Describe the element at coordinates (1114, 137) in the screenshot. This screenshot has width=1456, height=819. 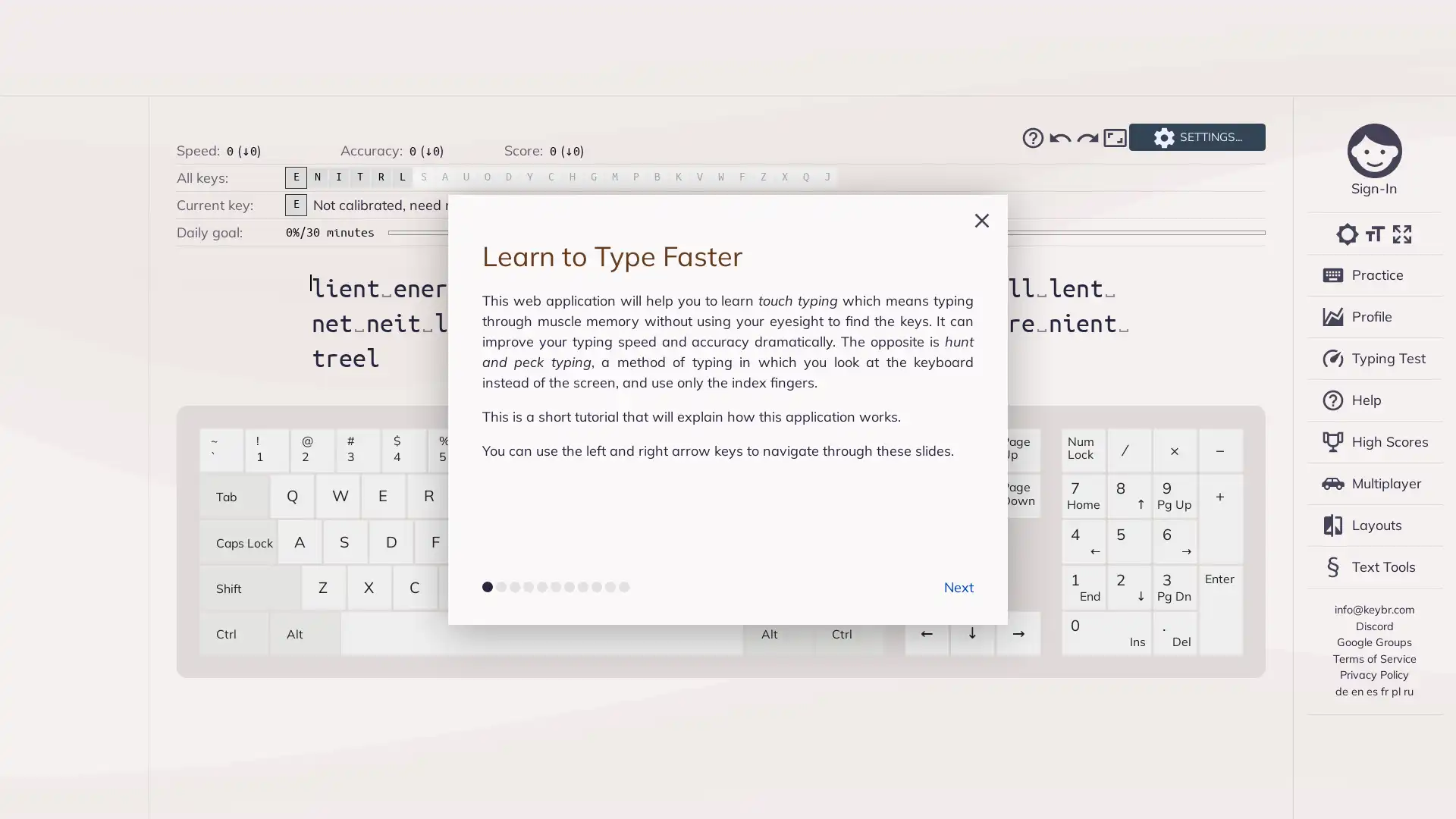
I see `Switch the current interface layout.` at that location.